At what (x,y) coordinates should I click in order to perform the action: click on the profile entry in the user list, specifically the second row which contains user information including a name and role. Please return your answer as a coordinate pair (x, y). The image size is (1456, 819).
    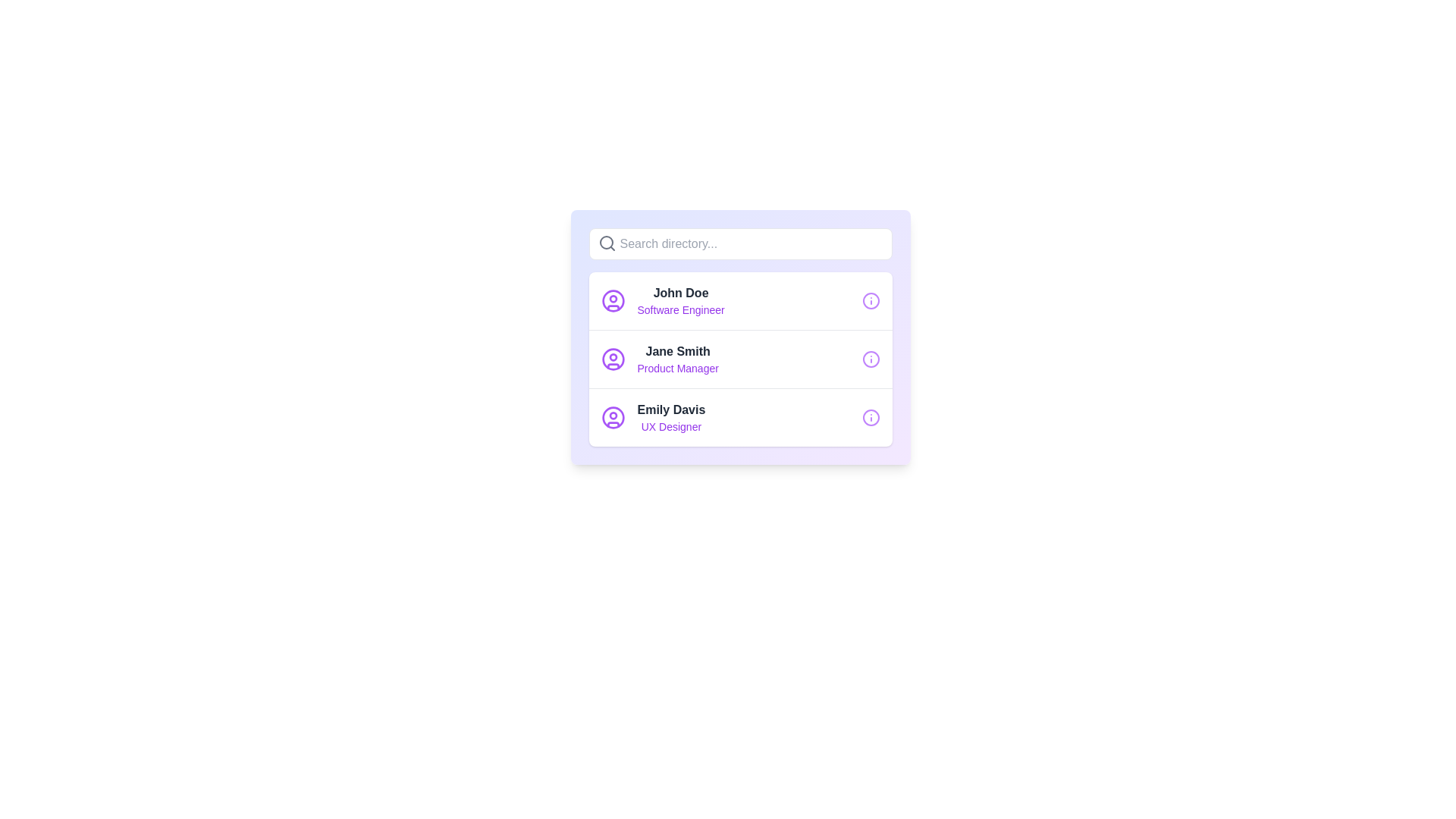
    Looking at the image, I should click on (660, 359).